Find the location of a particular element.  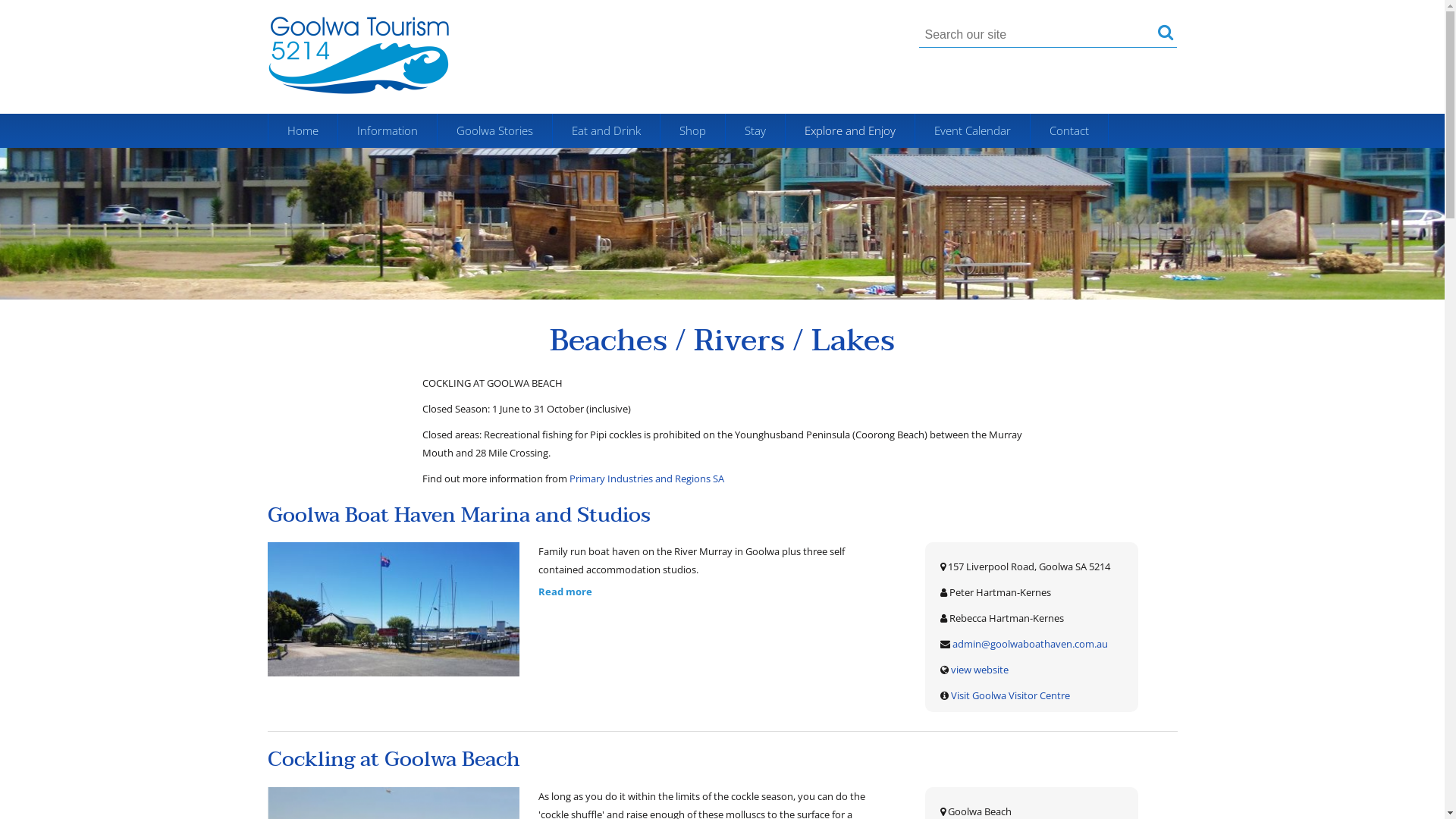

'Explore and Enjoy' is located at coordinates (850, 130).